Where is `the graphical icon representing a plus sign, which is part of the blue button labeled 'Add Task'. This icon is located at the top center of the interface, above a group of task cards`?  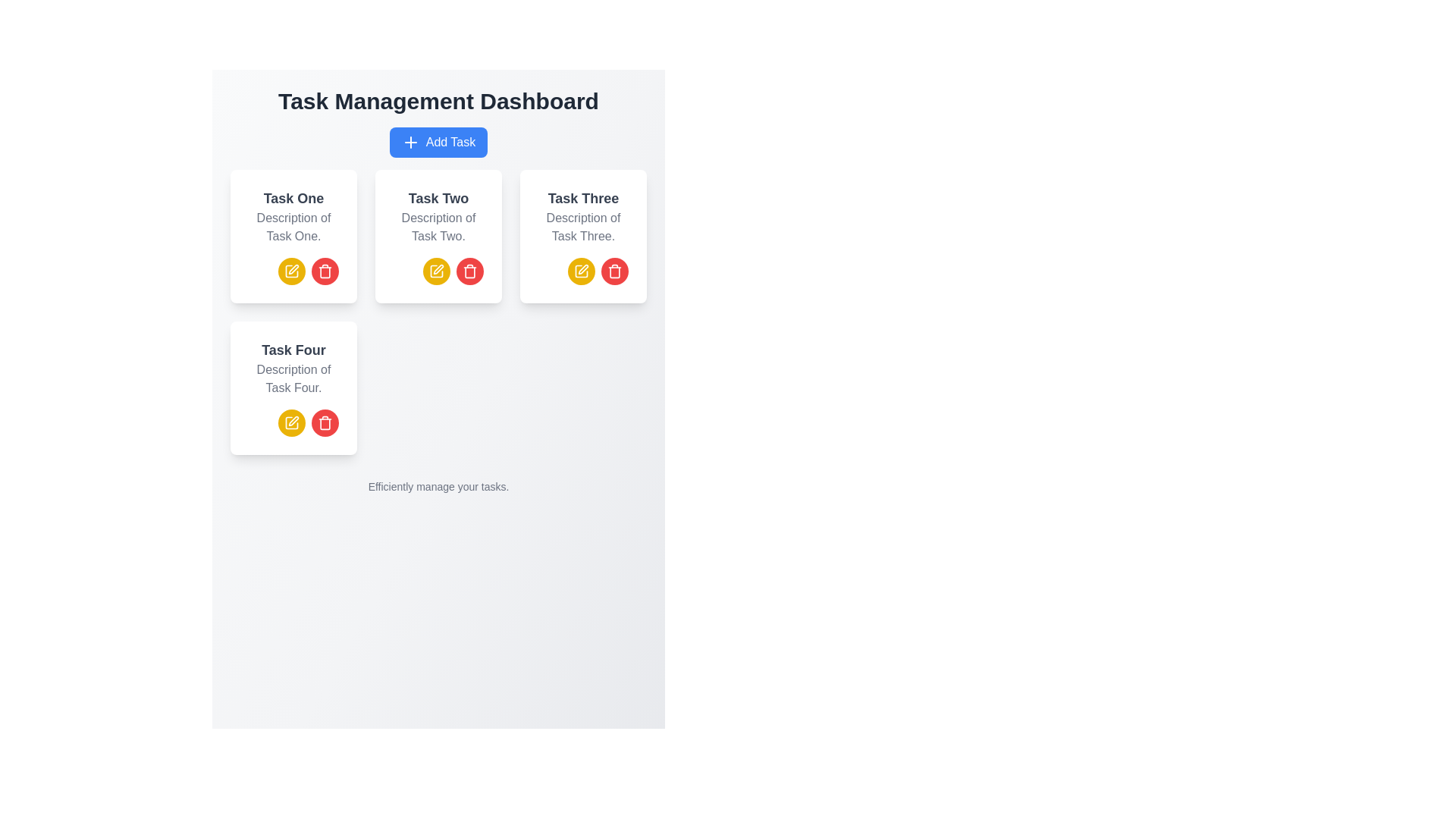 the graphical icon representing a plus sign, which is part of the blue button labeled 'Add Task'. This icon is located at the top center of the interface, above a group of task cards is located at coordinates (410, 143).